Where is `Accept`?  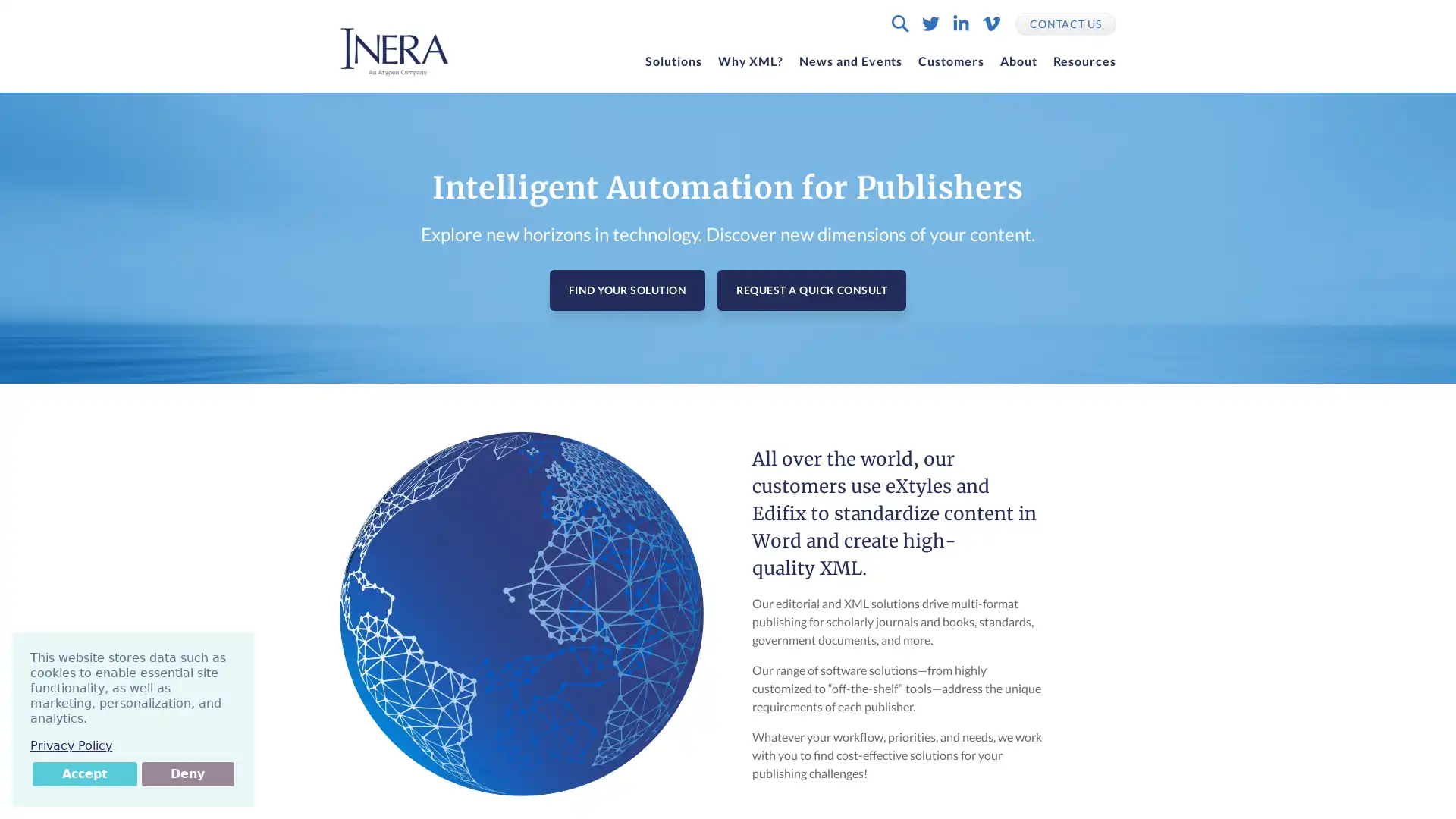
Accept is located at coordinates (83, 774).